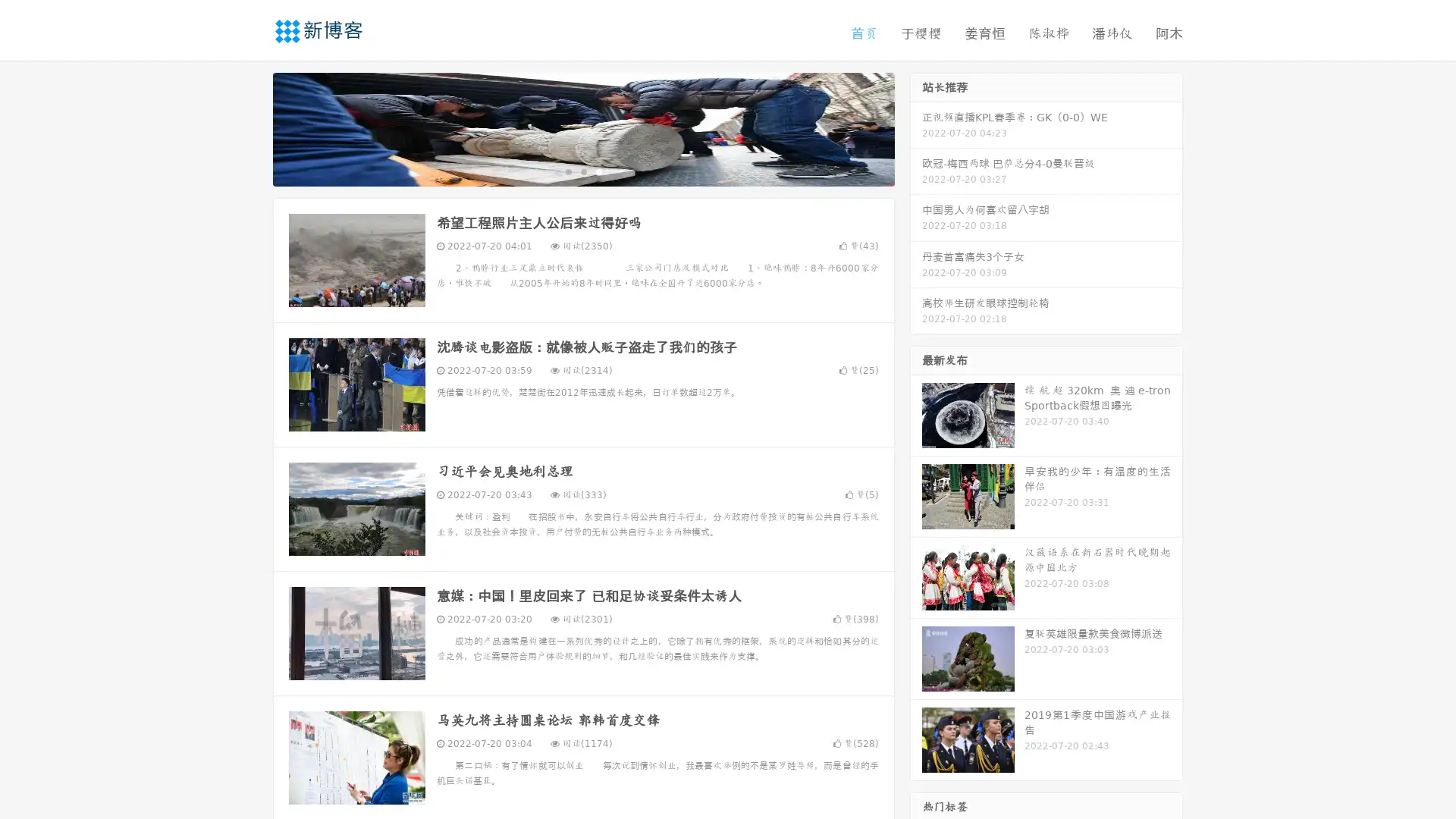 The image size is (1456, 819). Describe the element at coordinates (598, 171) in the screenshot. I see `Go to slide 3` at that location.